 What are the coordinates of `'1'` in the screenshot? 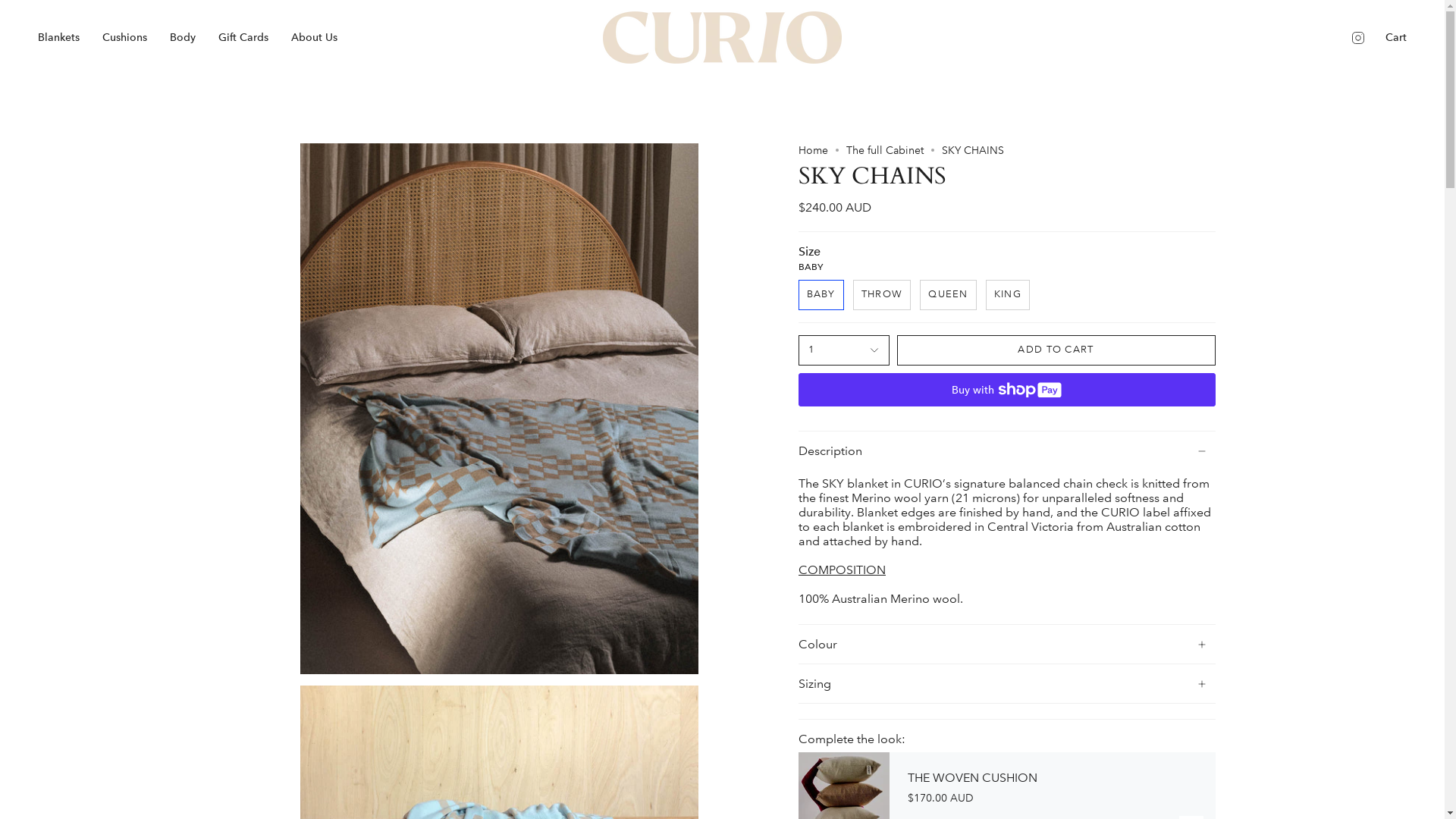 It's located at (796, 350).